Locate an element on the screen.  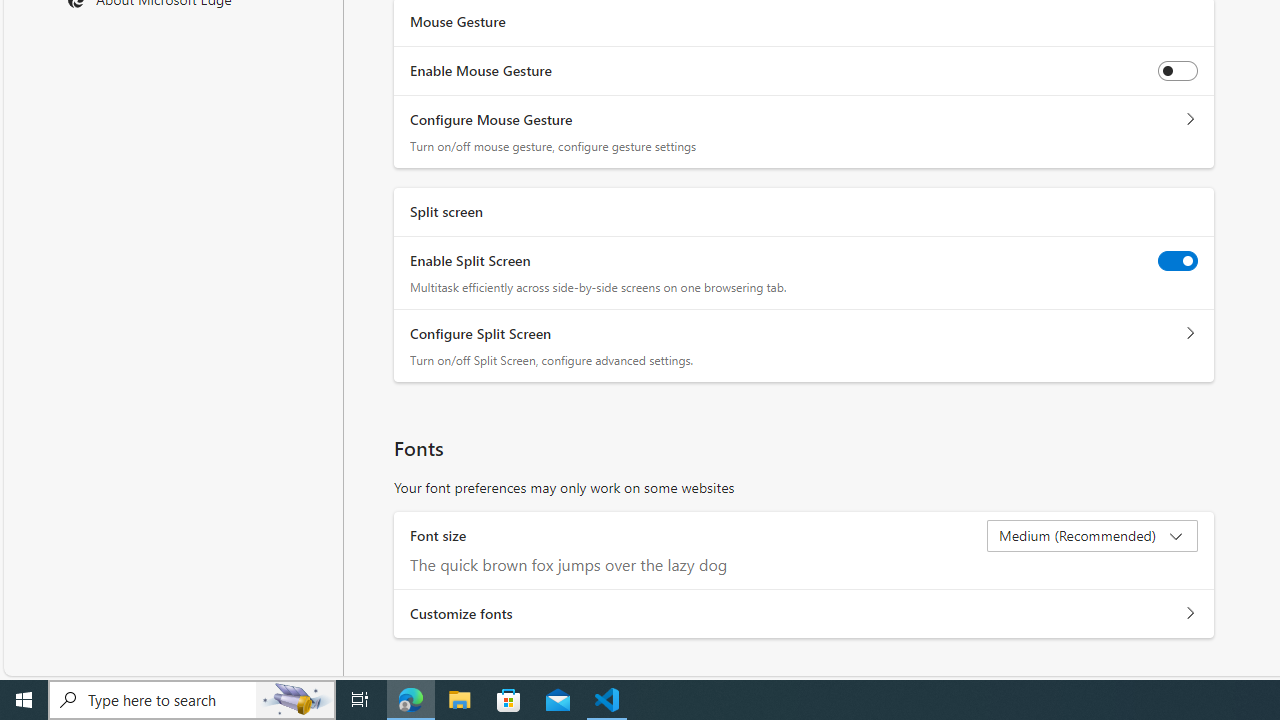
'Font size Medium (Recommended)' is located at coordinates (1091, 535).